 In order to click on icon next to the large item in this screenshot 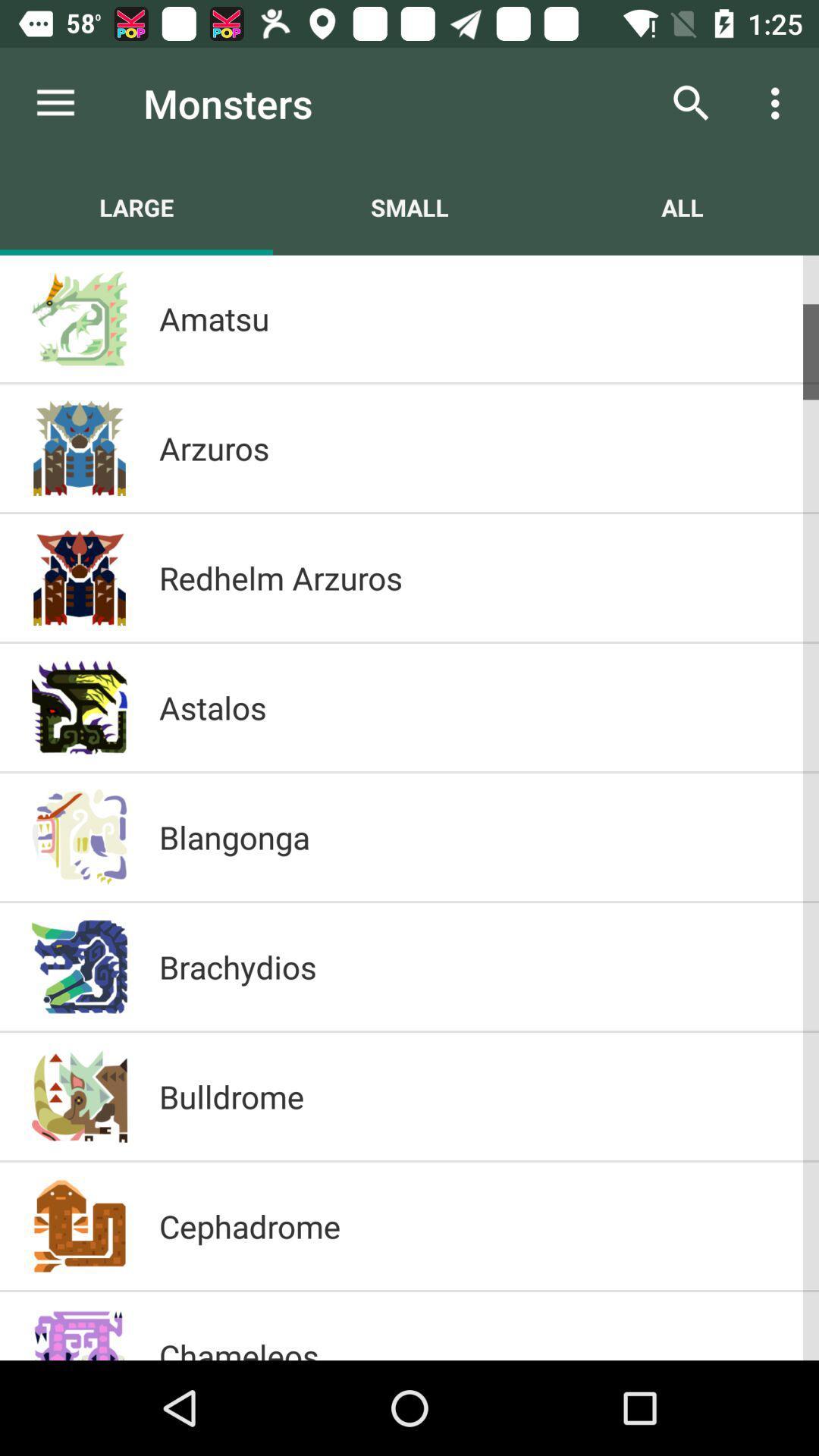, I will do `click(409, 206)`.